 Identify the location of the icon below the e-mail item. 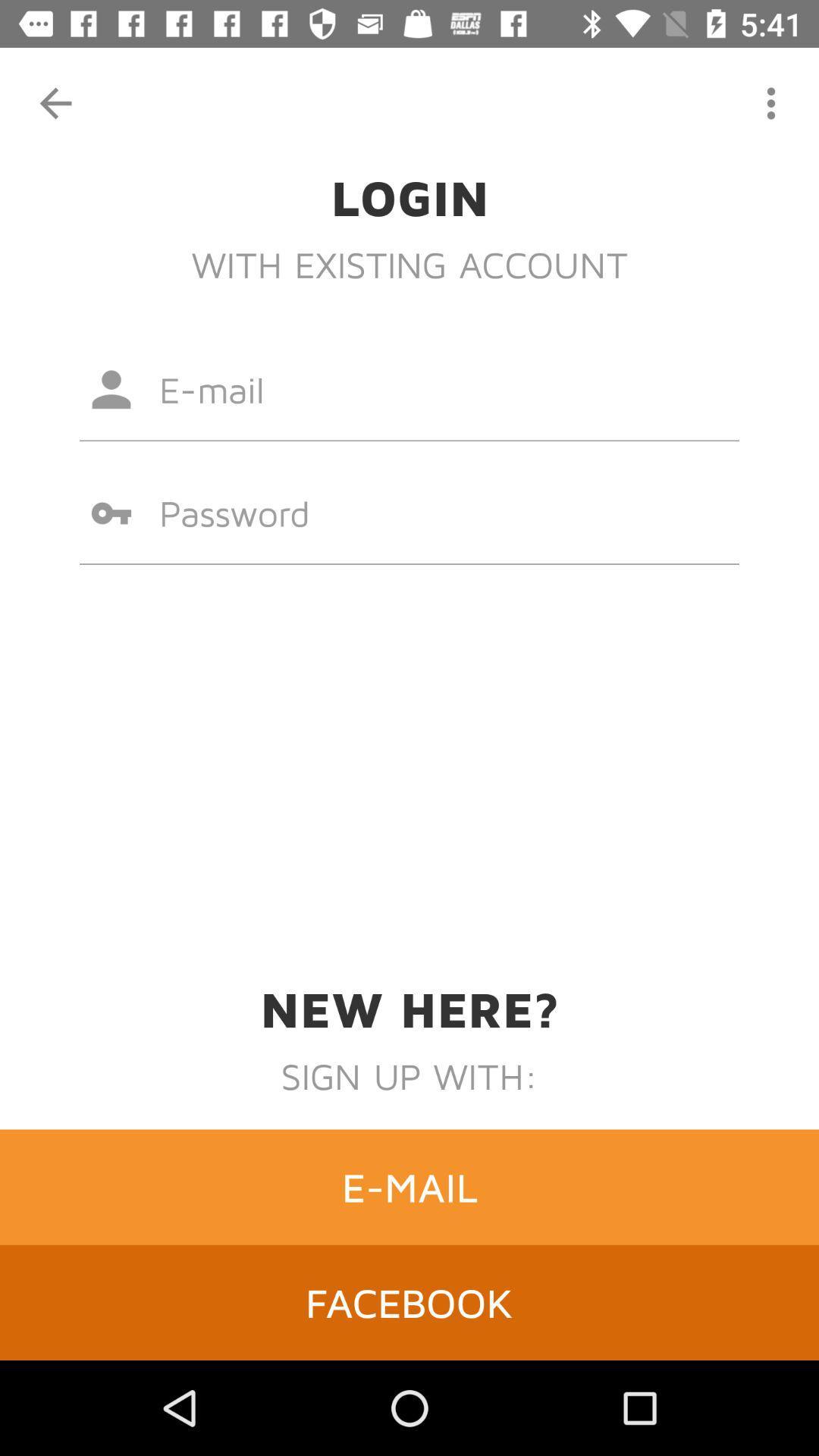
(409, 1301).